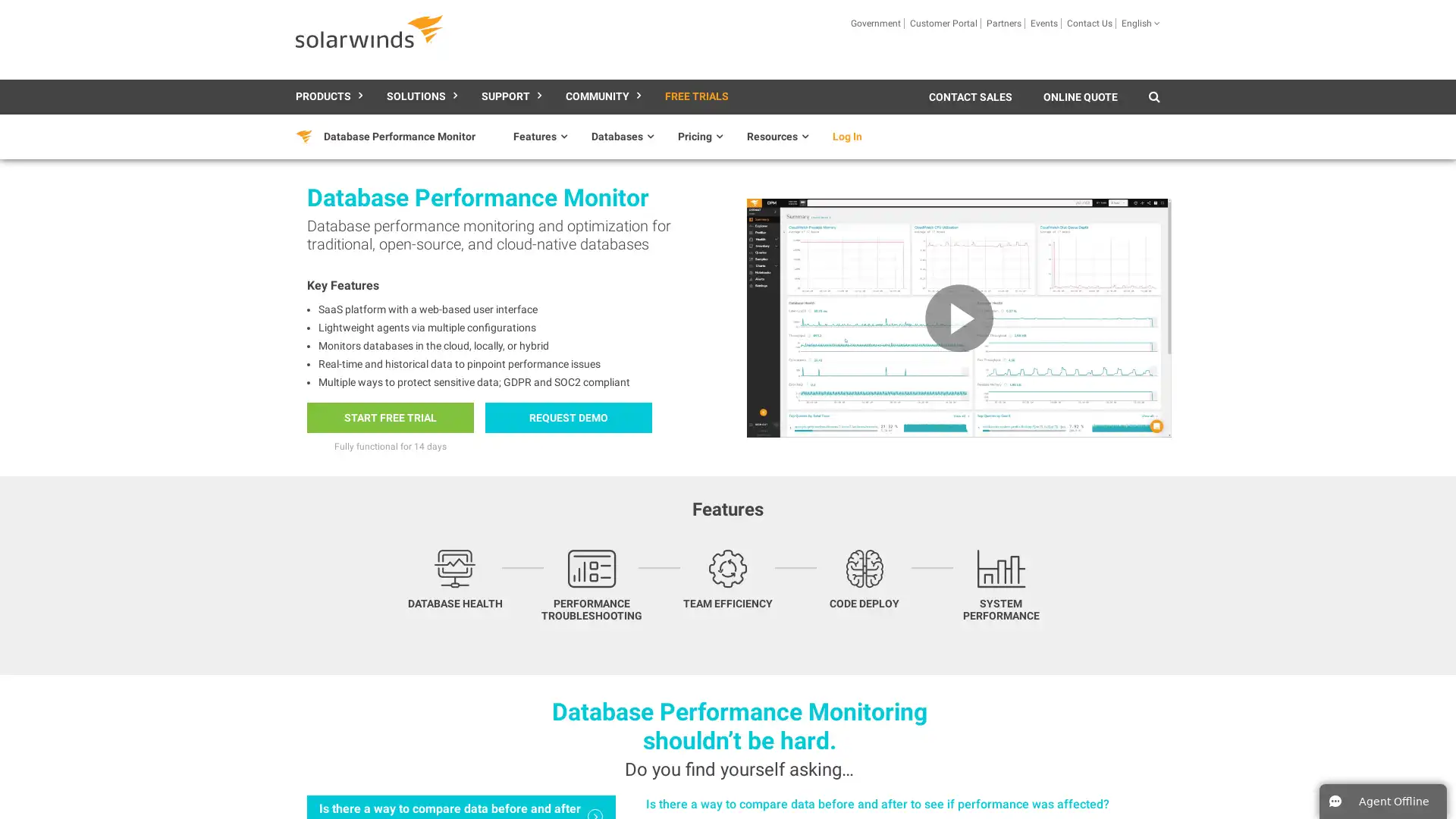 The image size is (1456, 819). Describe the element at coordinates (958, 317) in the screenshot. I see `Play video Database Performance Monitor Overview. Opens in a modal` at that location.